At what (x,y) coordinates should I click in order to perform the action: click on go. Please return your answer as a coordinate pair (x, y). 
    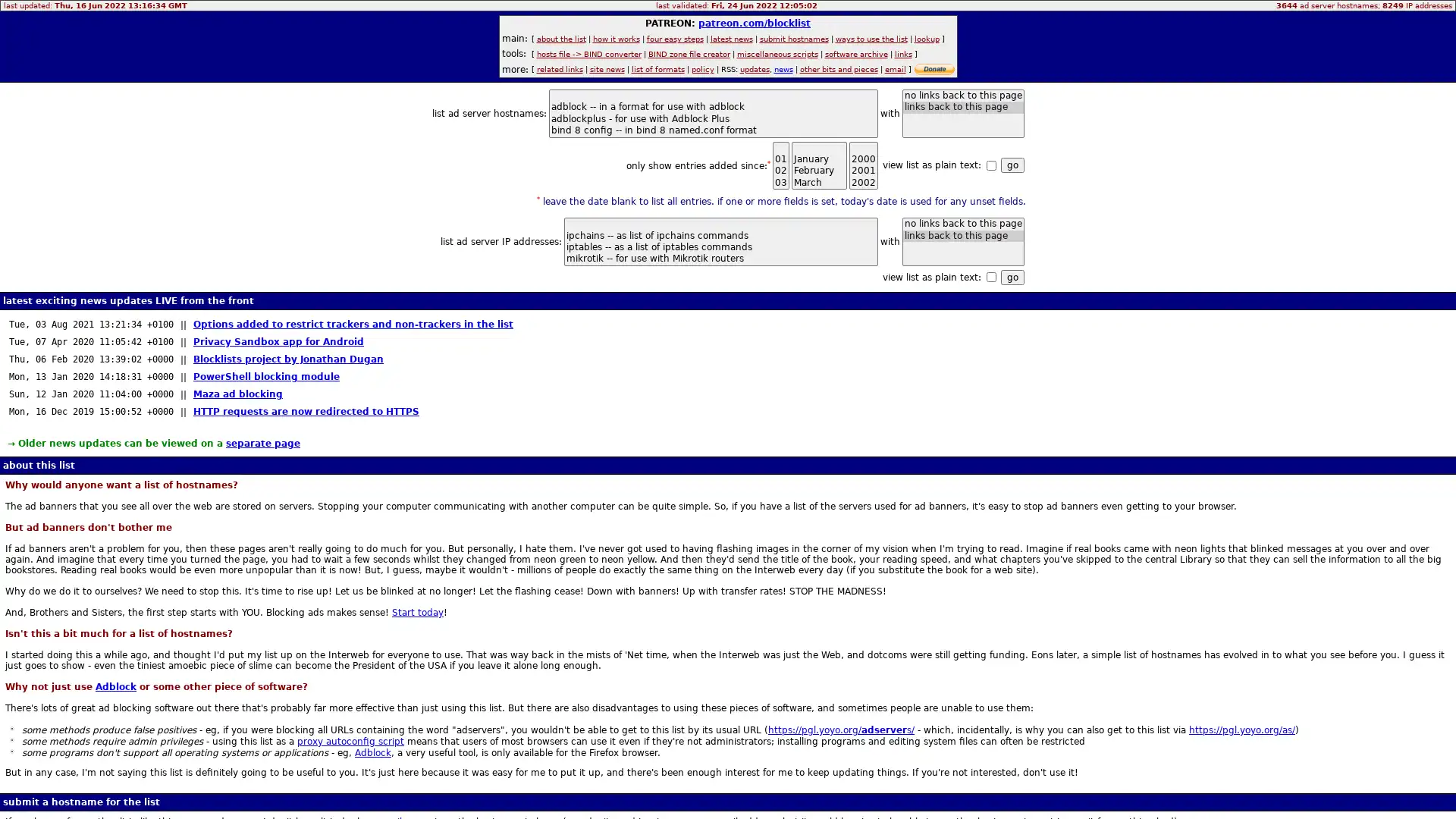
    Looking at the image, I should click on (1012, 277).